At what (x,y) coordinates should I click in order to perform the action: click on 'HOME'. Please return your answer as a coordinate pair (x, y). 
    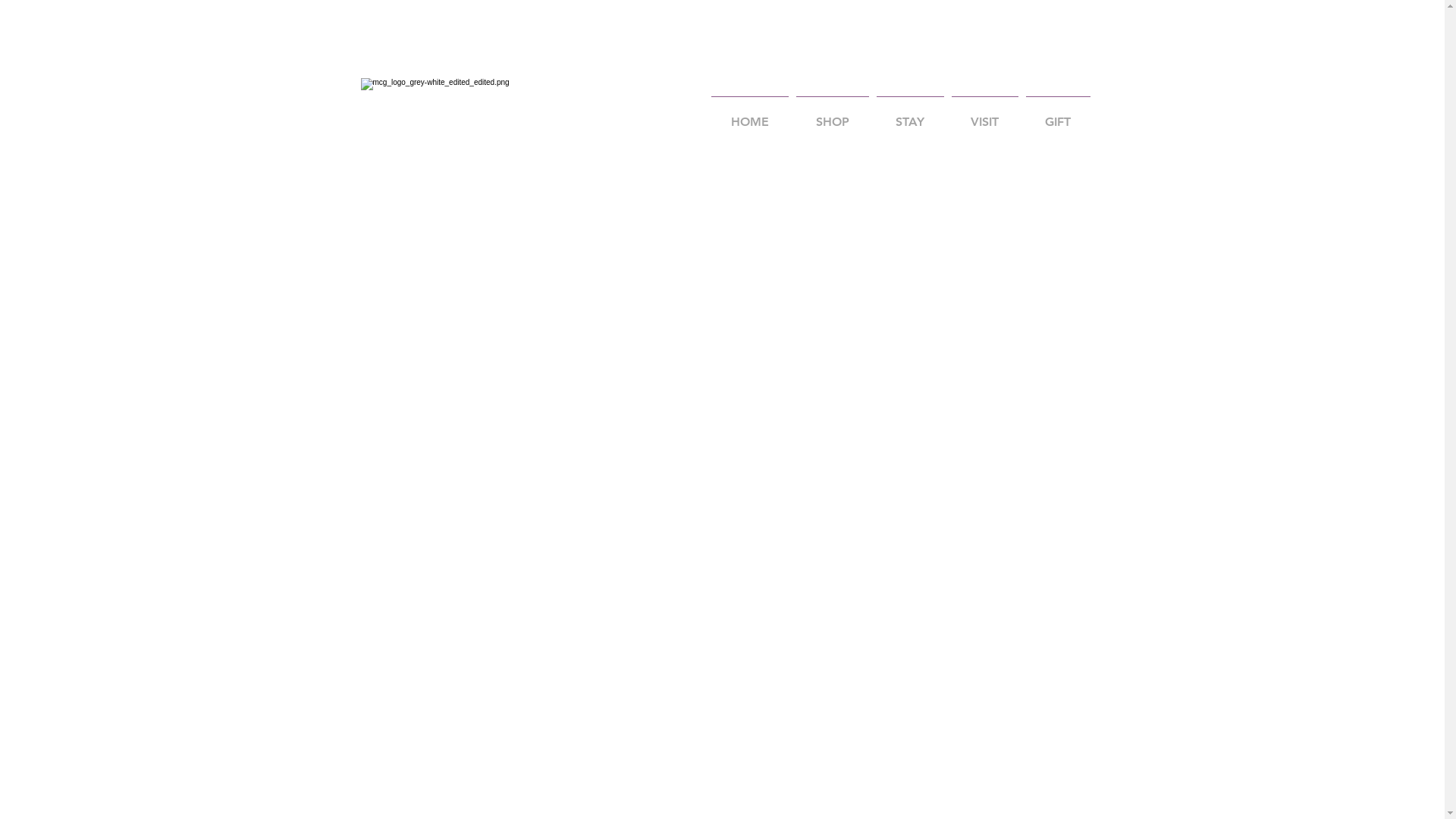
    Looking at the image, I should click on (749, 114).